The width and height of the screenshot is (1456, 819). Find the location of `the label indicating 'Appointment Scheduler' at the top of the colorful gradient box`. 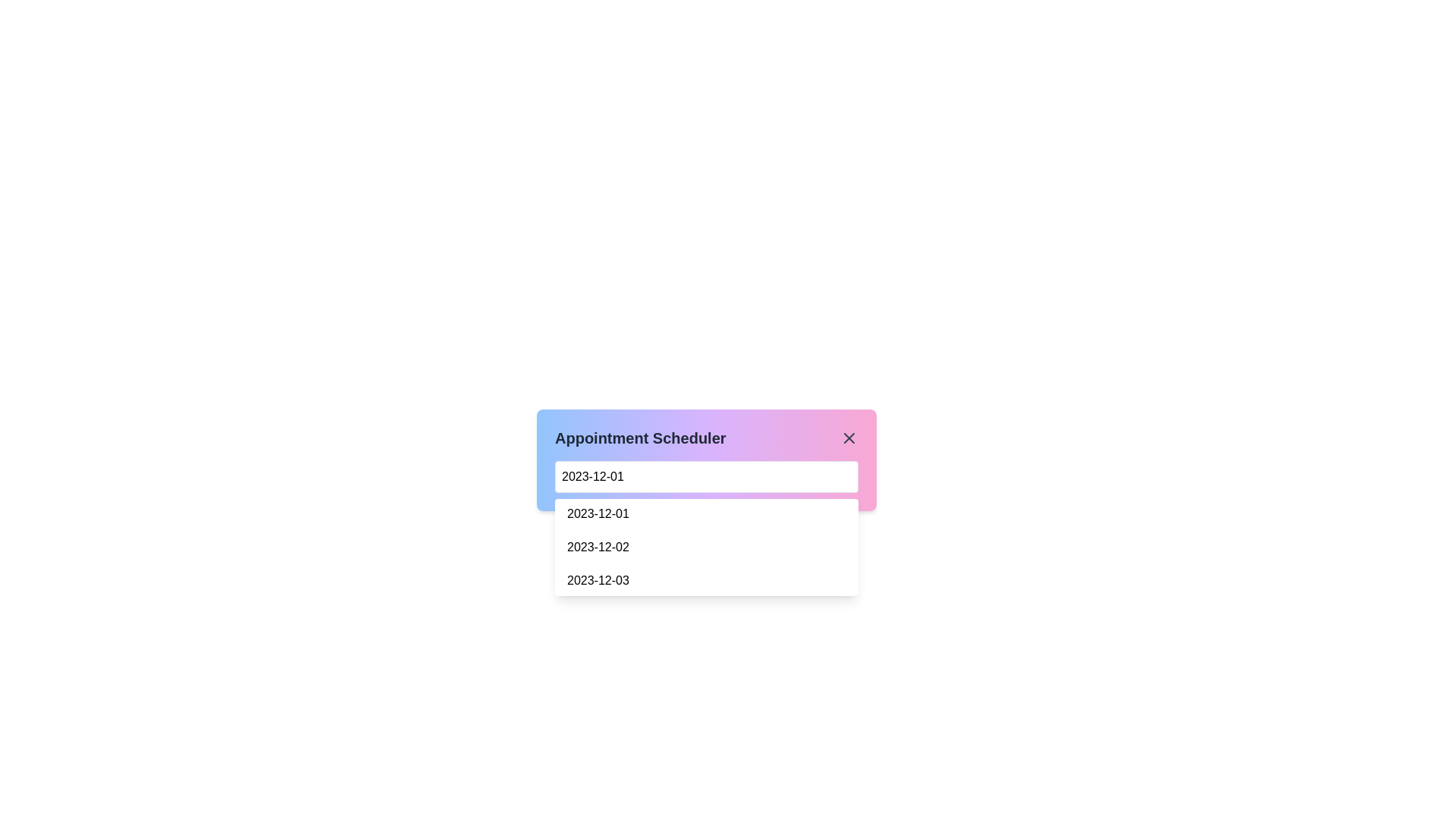

the label indicating 'Appointment Scheduler' at the top of the colorful gradient box is located at coordinates (705, 438).